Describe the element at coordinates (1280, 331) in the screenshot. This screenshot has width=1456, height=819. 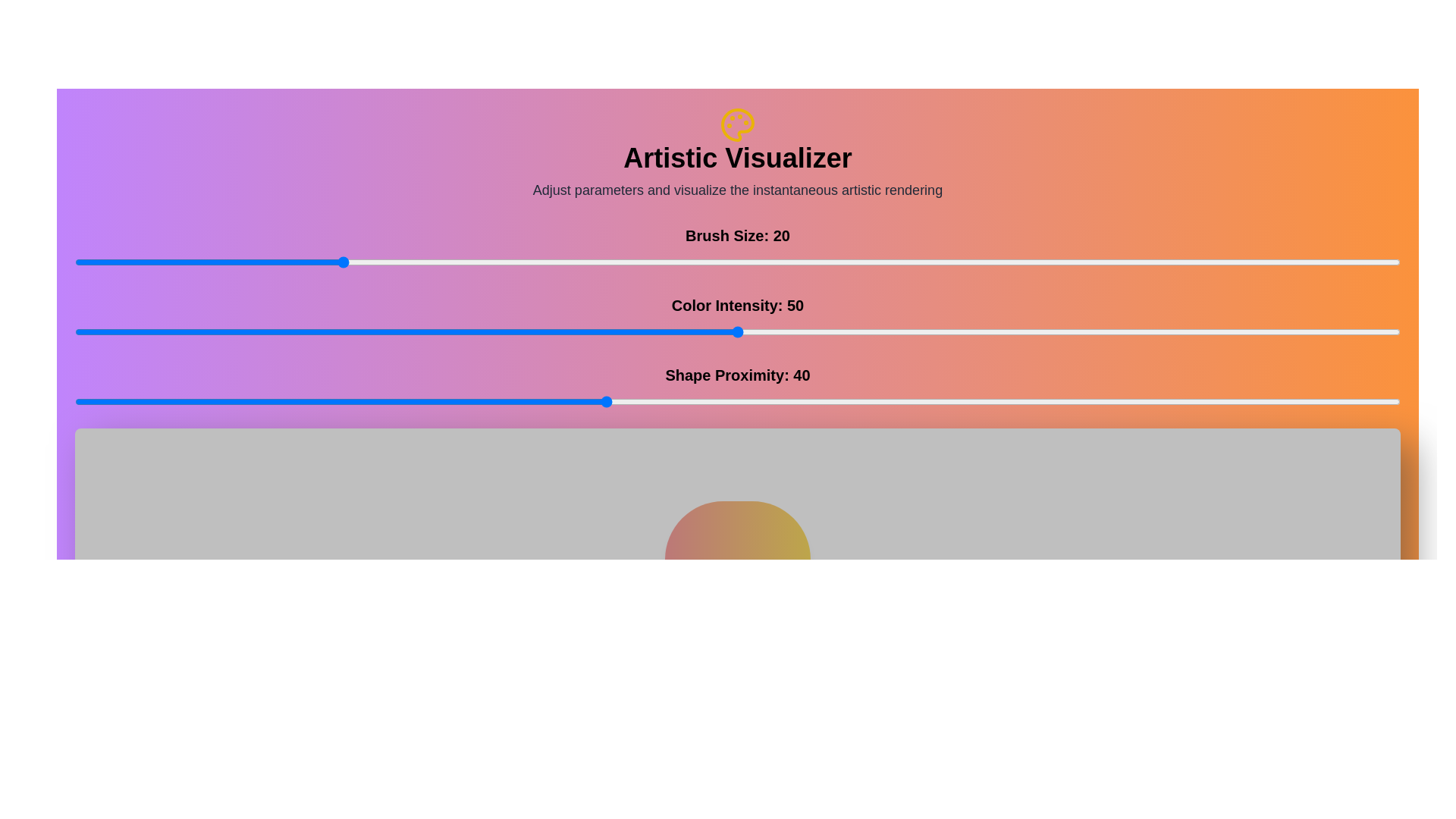
I see `the 'Color Intensity' slider to 91 value` at that location.